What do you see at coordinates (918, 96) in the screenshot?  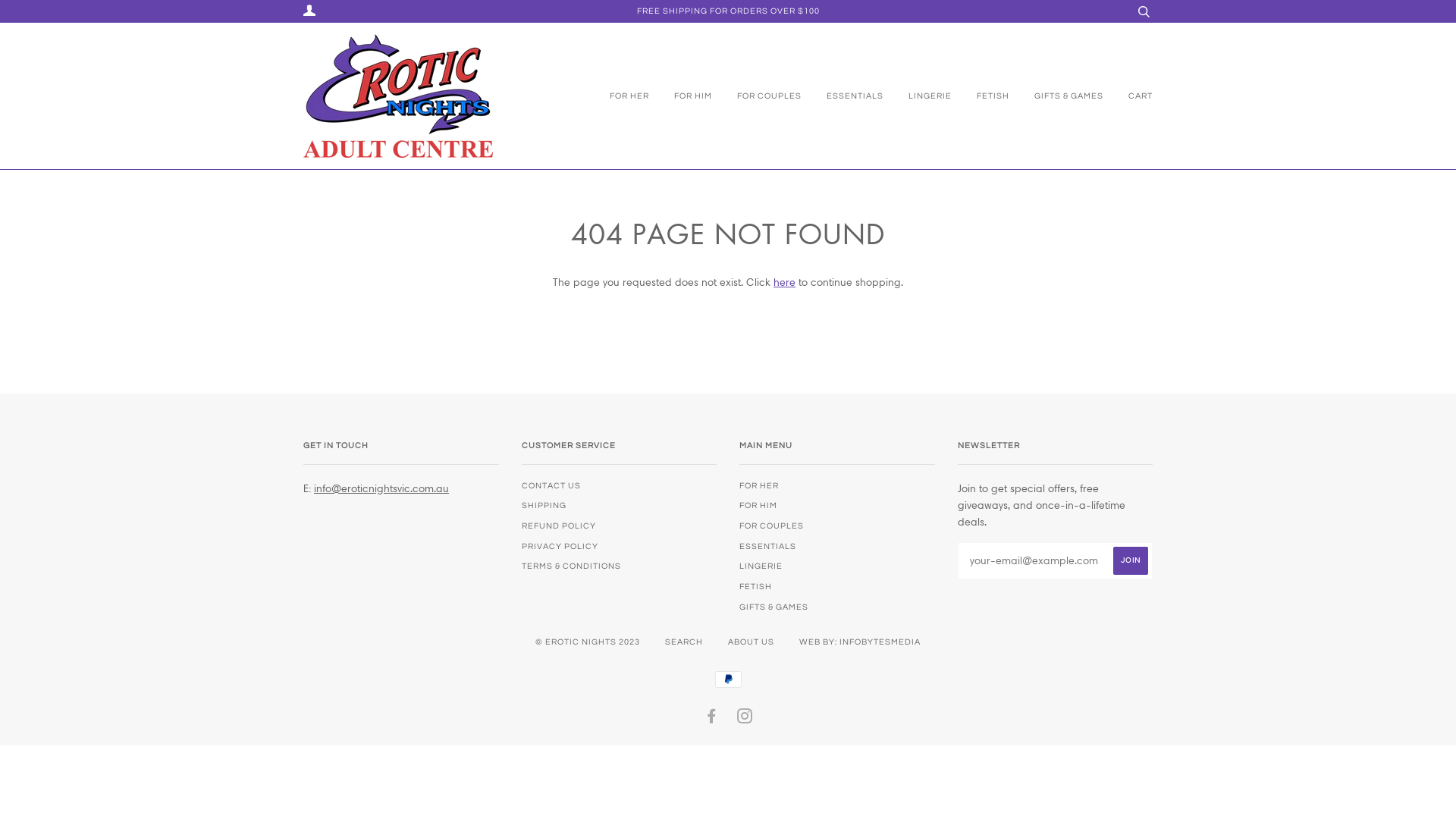 I see `'LINGERIE'` at bounding box center [918, 96].